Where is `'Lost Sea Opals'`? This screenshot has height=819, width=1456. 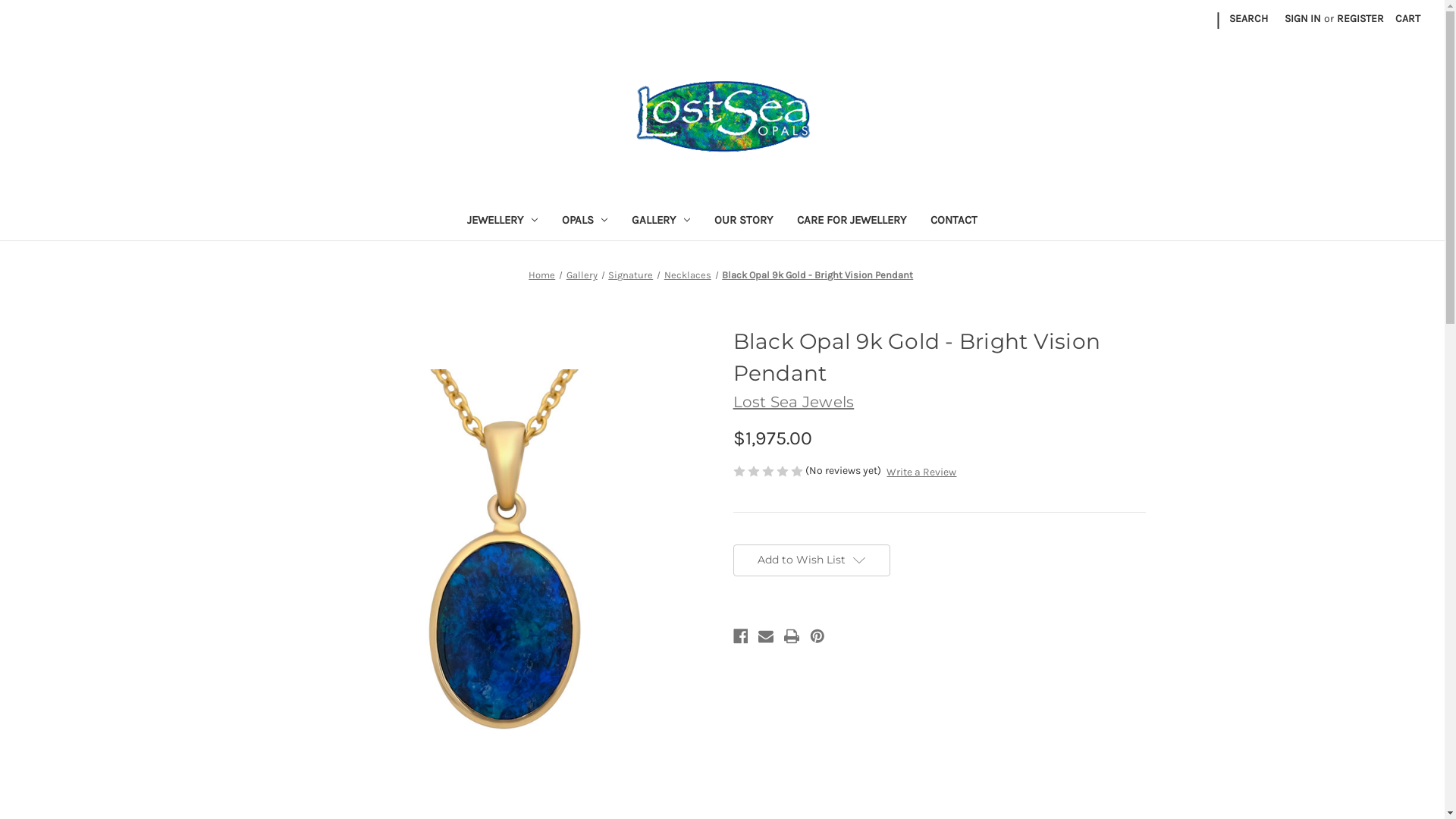
'Lost Sea Opals' is located at coordinates (720, 116).